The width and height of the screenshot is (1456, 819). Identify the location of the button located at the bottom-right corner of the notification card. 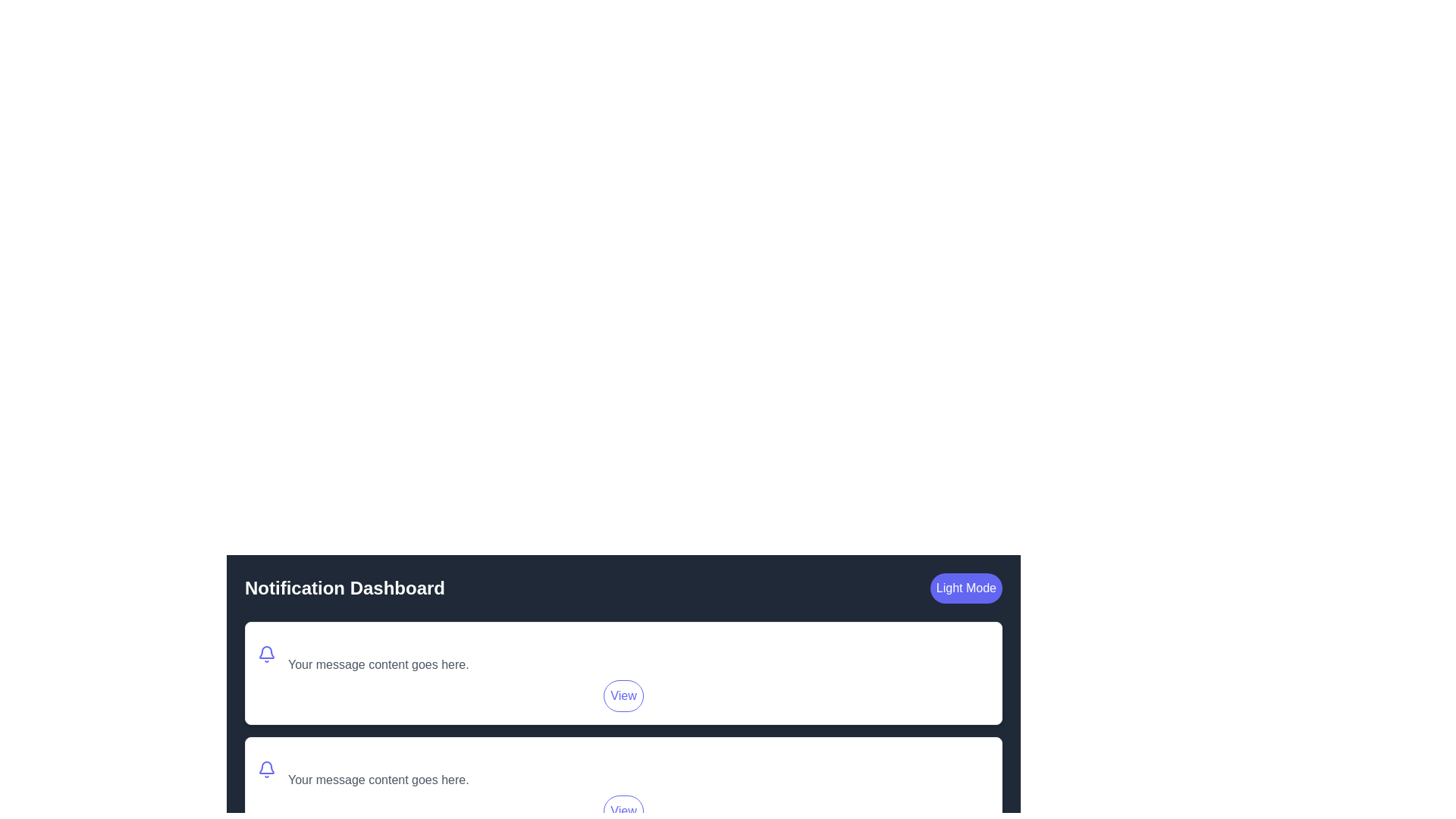
(623, 696).